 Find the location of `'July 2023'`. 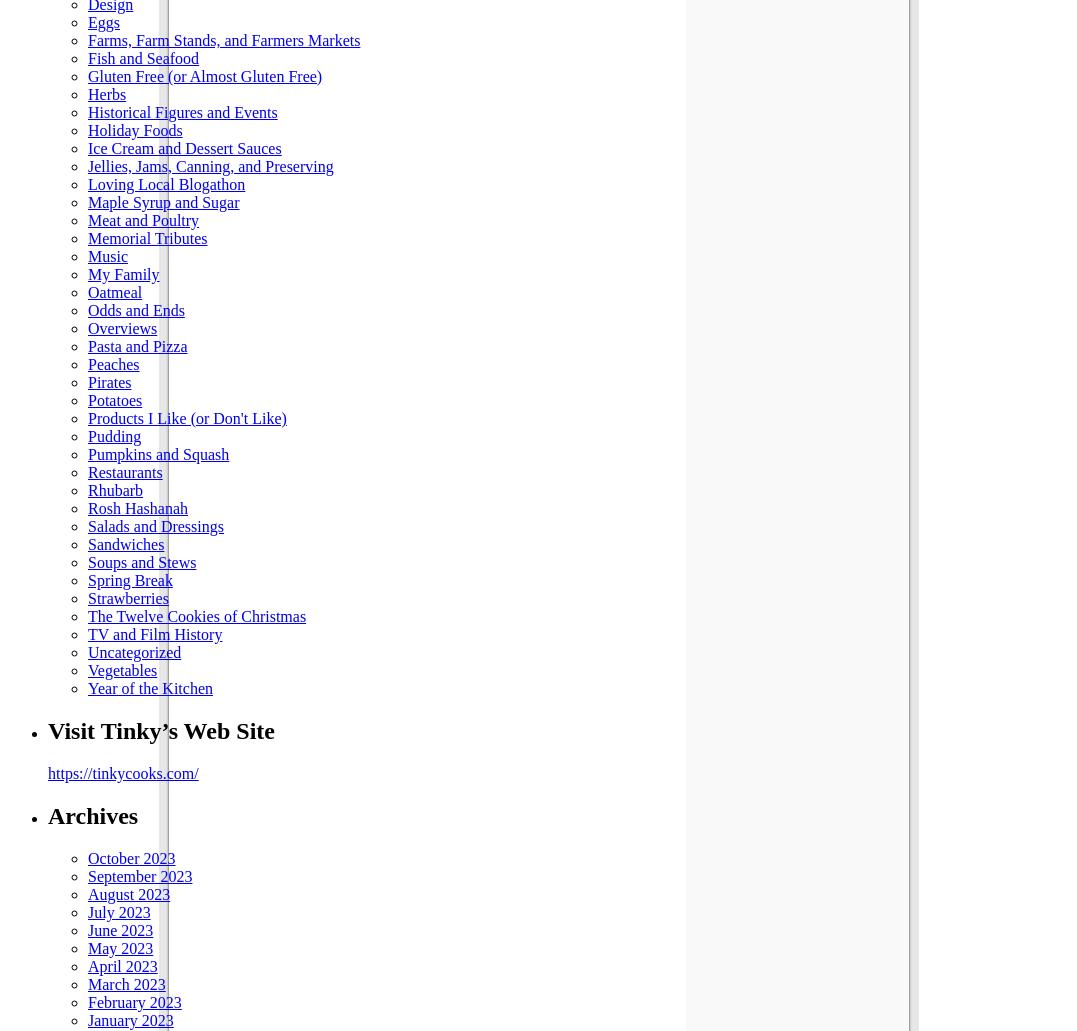

'July 2023' is located at coordinates (118, 911).